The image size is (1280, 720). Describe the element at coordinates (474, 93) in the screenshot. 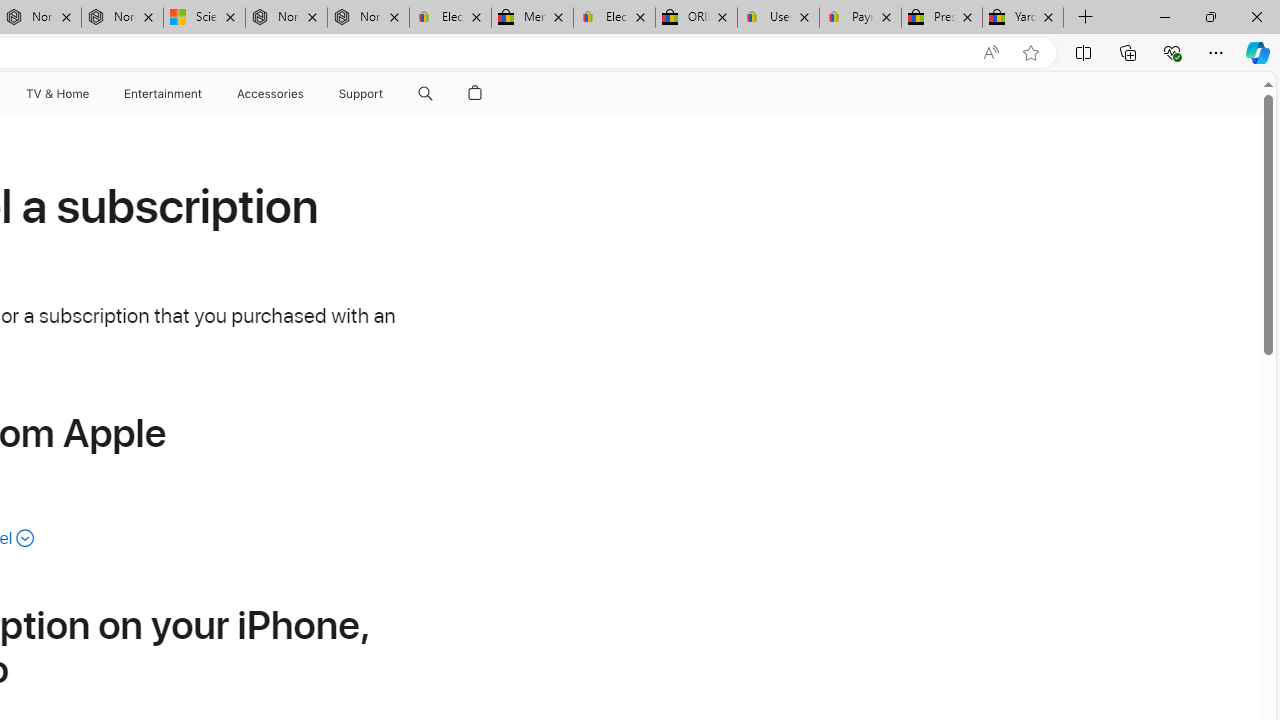

I see `'Shopping Bag'` at that location.